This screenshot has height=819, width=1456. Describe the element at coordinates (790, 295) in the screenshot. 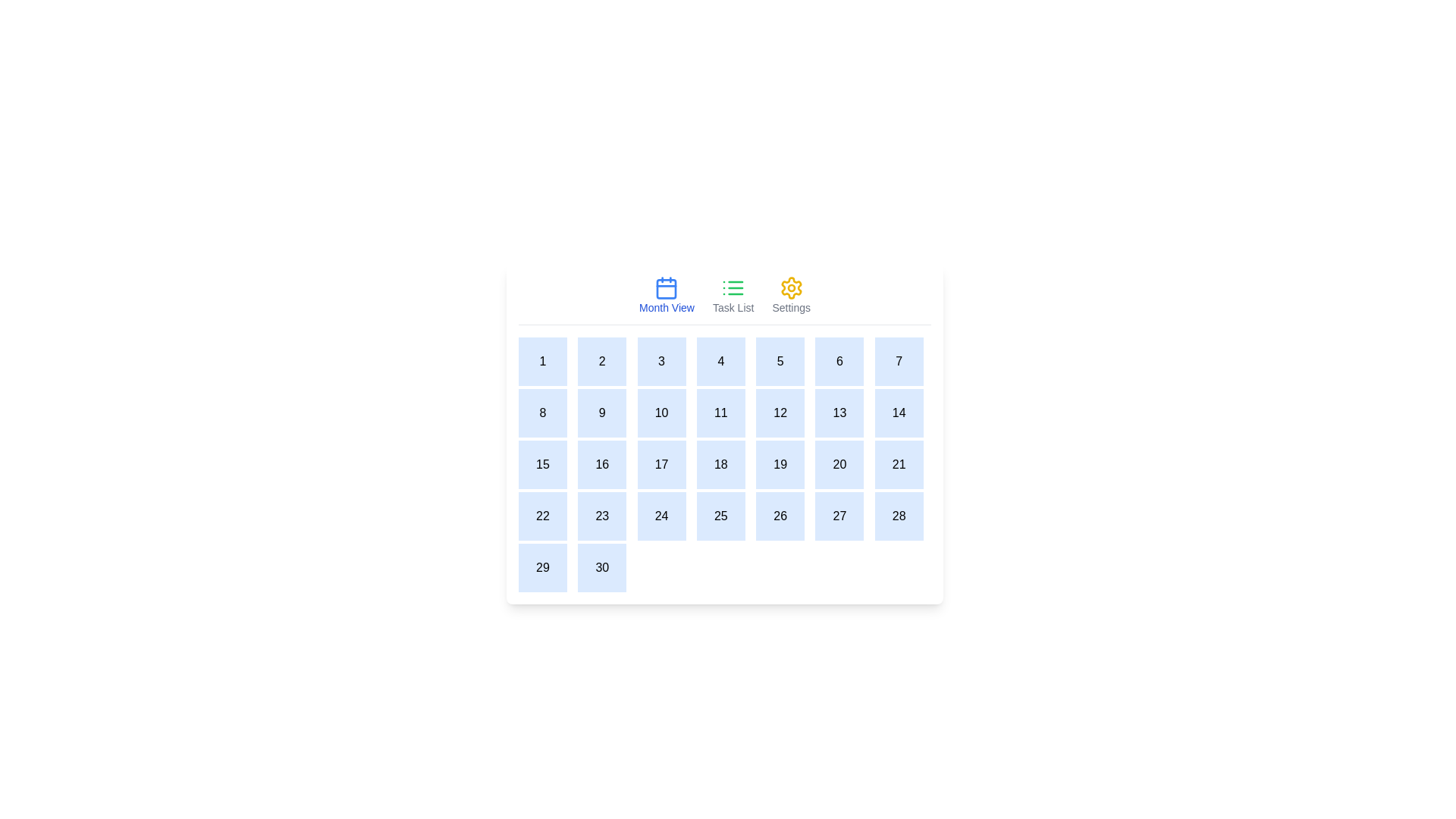

I see `the tab labeled Settings` at that location.